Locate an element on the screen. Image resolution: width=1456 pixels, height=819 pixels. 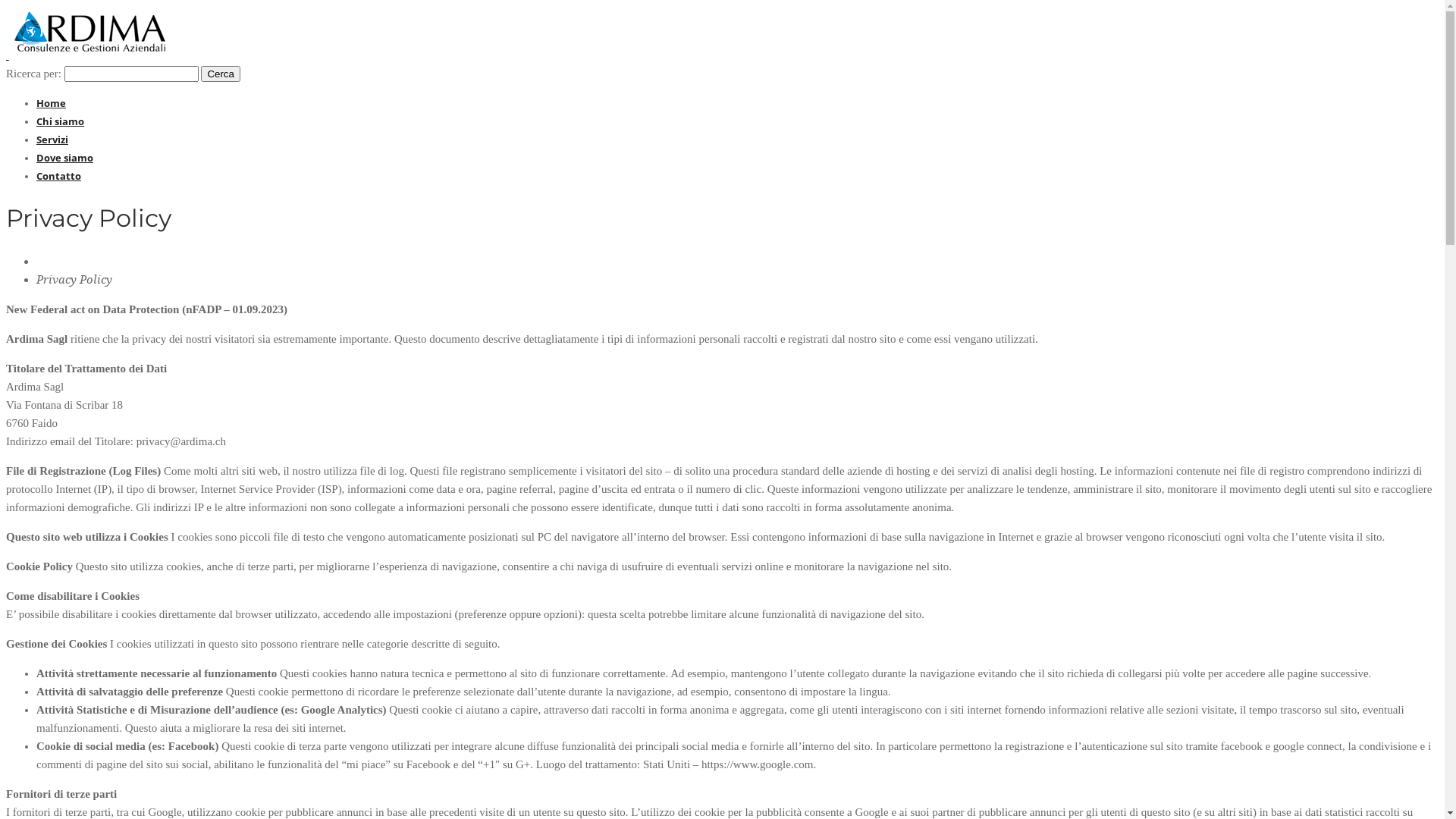
'Home' is located at coordinates (51, 102).